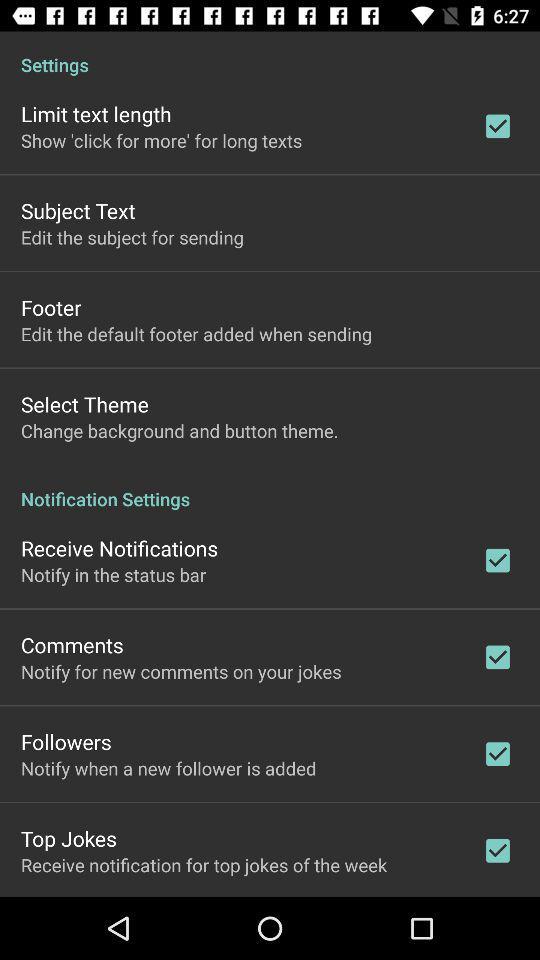  What do you see at coordinates (95, 114) in the screenshot?
I see `app above show click for app` at bounding box center [95, 114].